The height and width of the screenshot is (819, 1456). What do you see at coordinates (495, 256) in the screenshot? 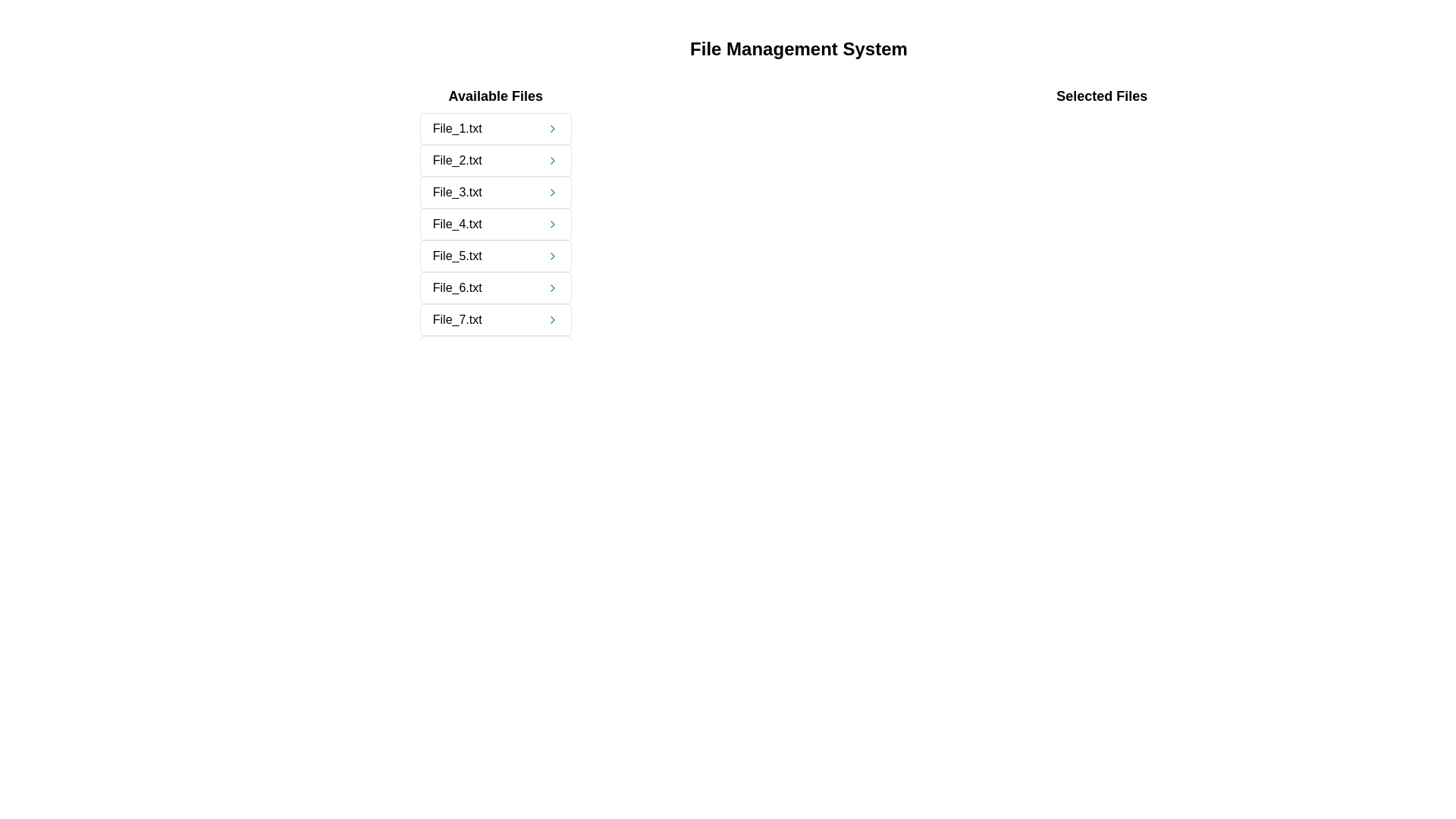
I see `the fifth item in the 'Available Files' list representing the file 'File_5.txt'` at bounding box center [495, 256].